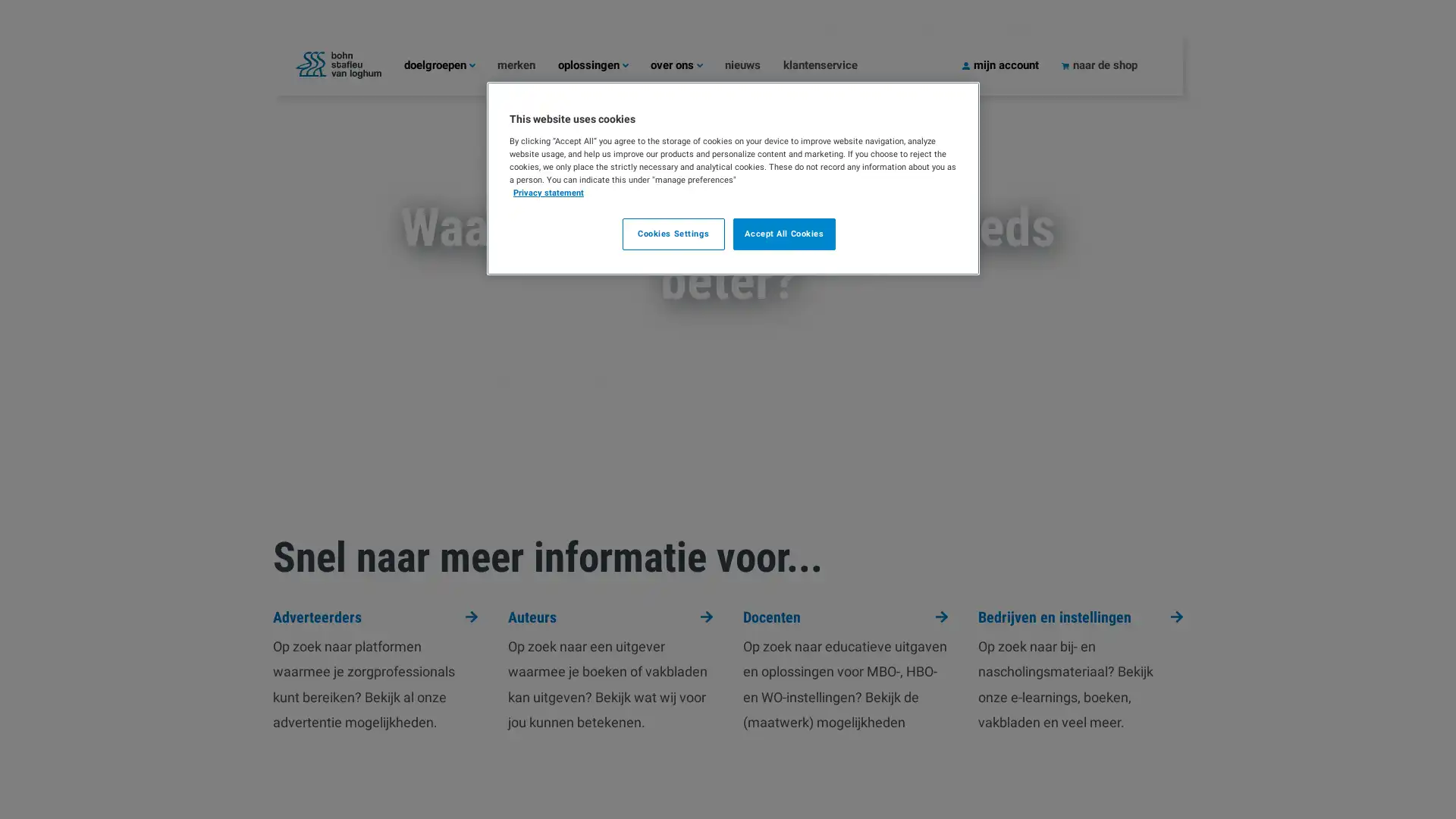 The width and height of the screenshot is (1456, 819). Describe the element at coordinates (603, 64) in the screenshot. I see `oplossingen` at that location.